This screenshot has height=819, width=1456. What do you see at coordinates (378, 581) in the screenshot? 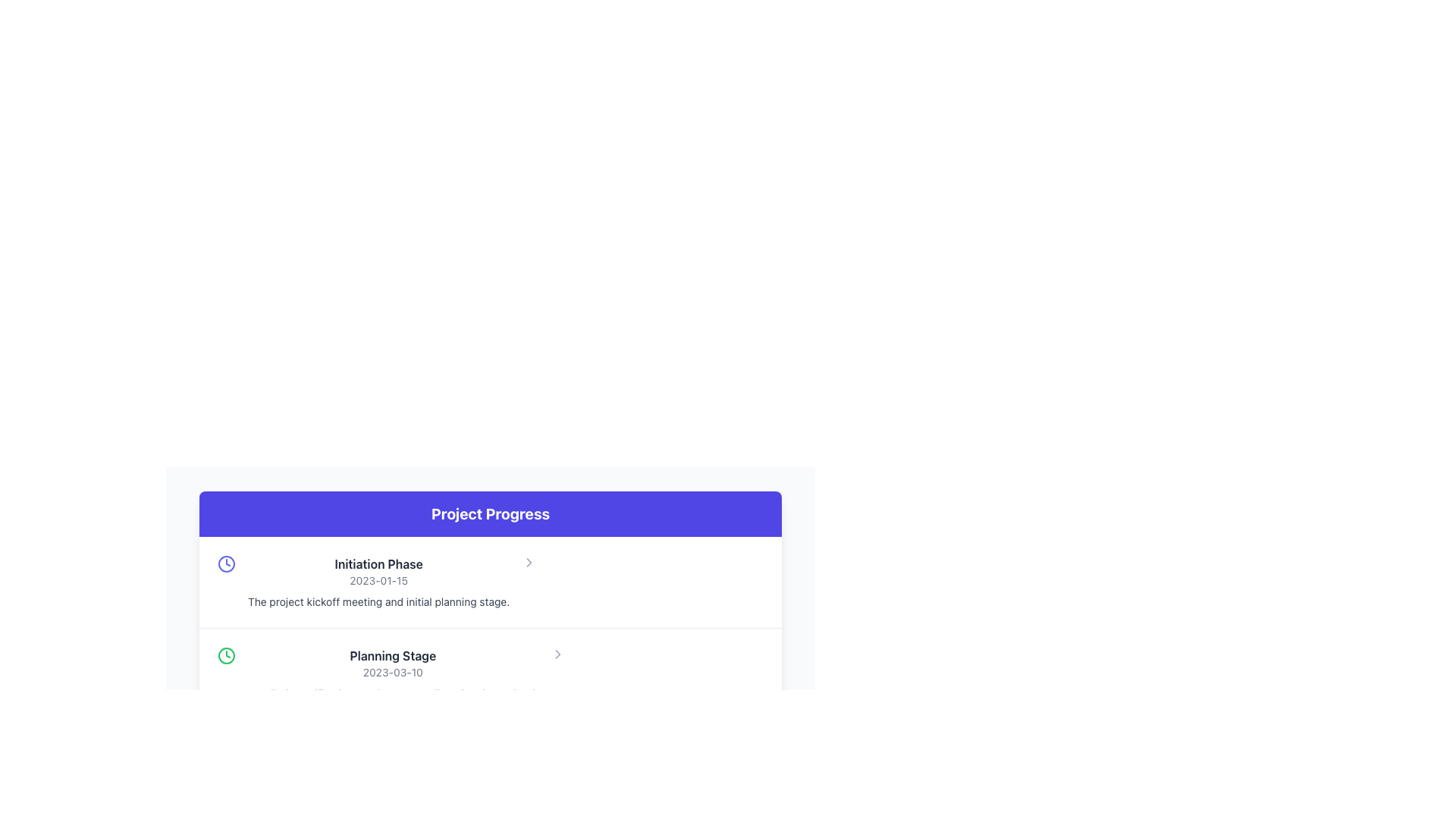
I see `informational text block displaying 'Initiation Phase', which includes the date '2023-01-15' and a description of the project kickoff meeting` at bounding box center [378, 581].